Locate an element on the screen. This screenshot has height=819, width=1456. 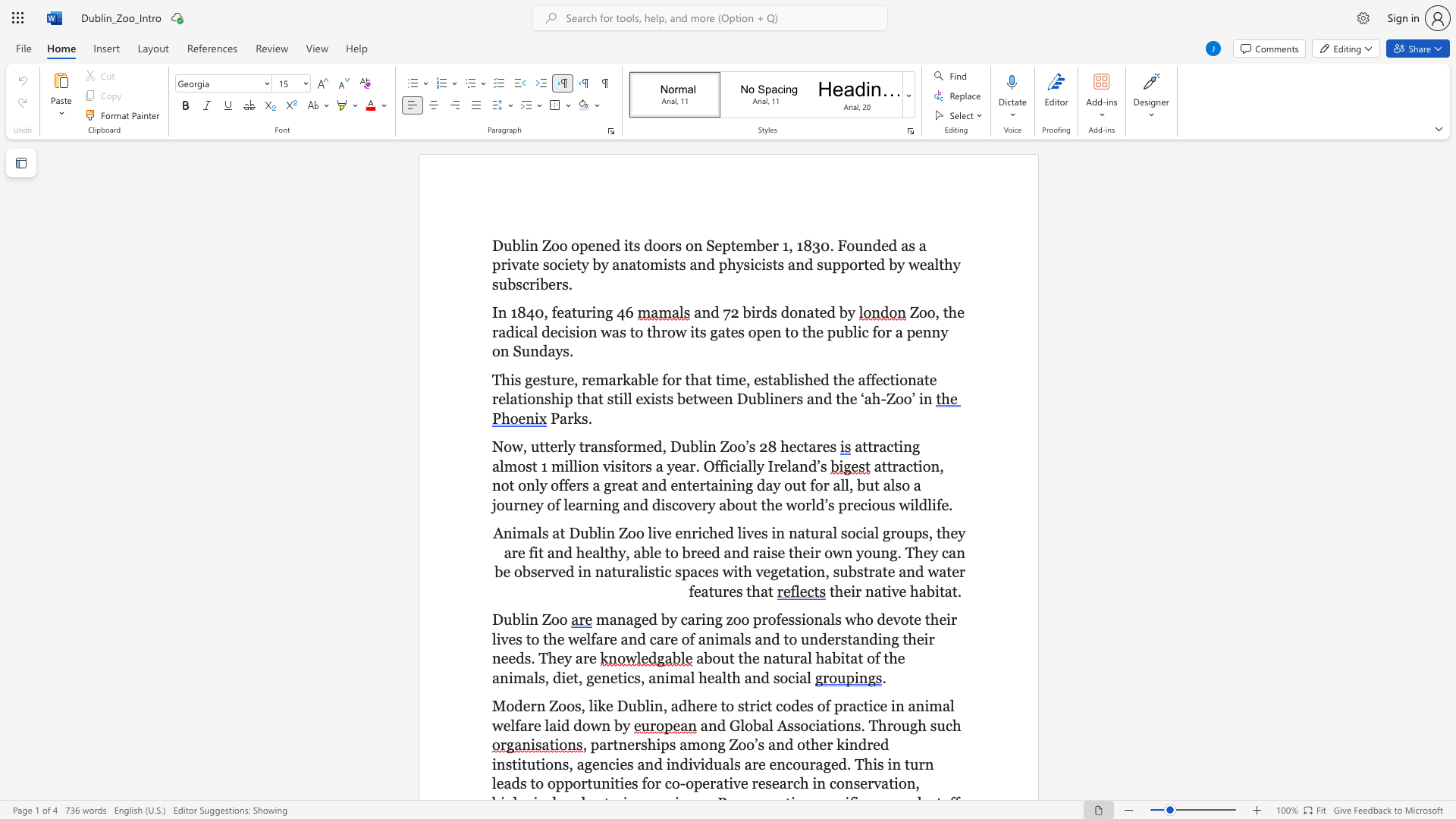
the subset text "ciety by anatomists and physicists and supported by w" within the text "Dublin Zoo opened its doors on September 1, 1830. Founded as a private society by anatomists and physicists and supported by wealthy subscribers." is located at coordinates (557, 264).